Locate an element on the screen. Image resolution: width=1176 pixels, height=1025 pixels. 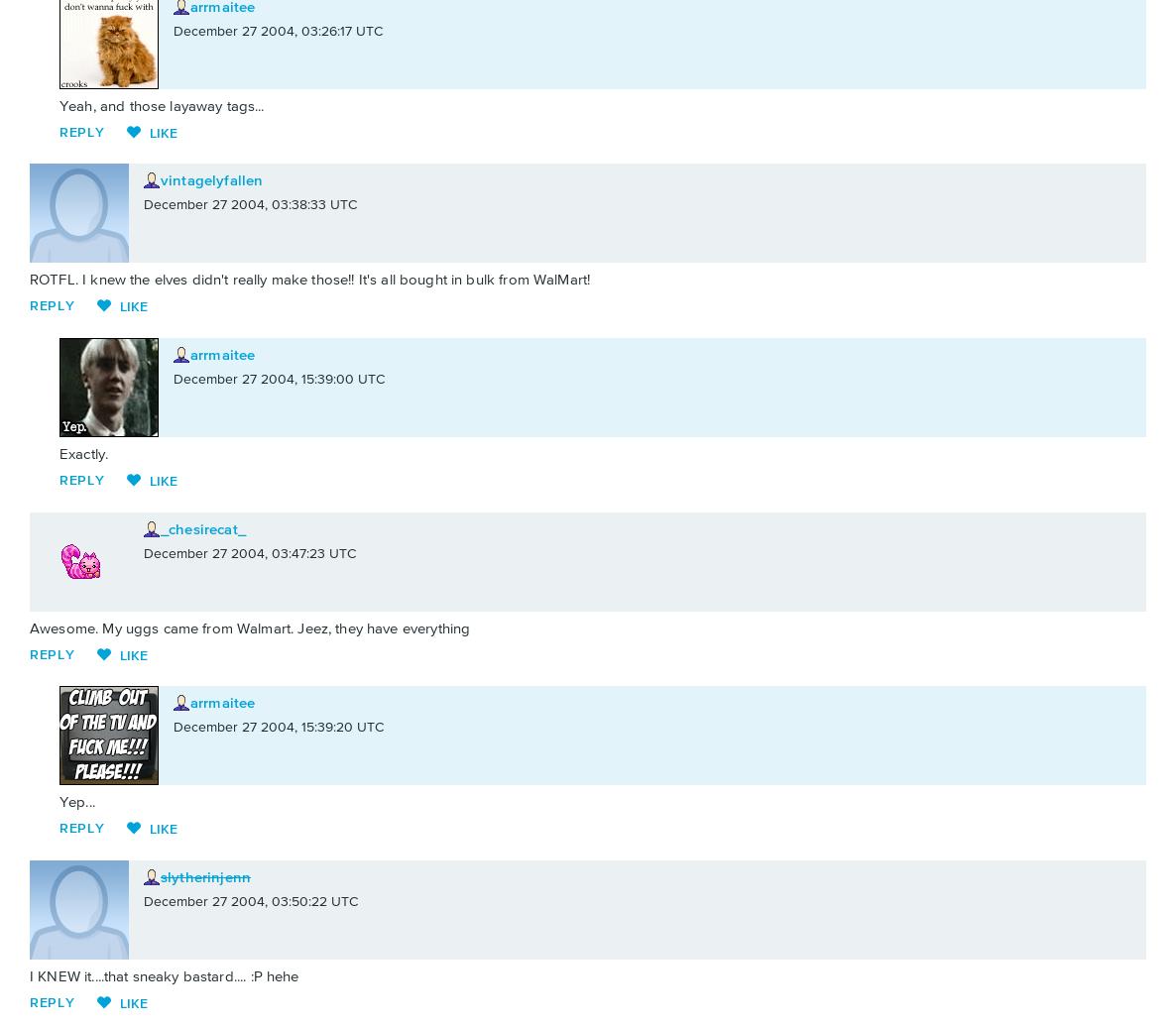
'December 27 2004, 03:38:33 UTC' is located at coordinates (143, 205).